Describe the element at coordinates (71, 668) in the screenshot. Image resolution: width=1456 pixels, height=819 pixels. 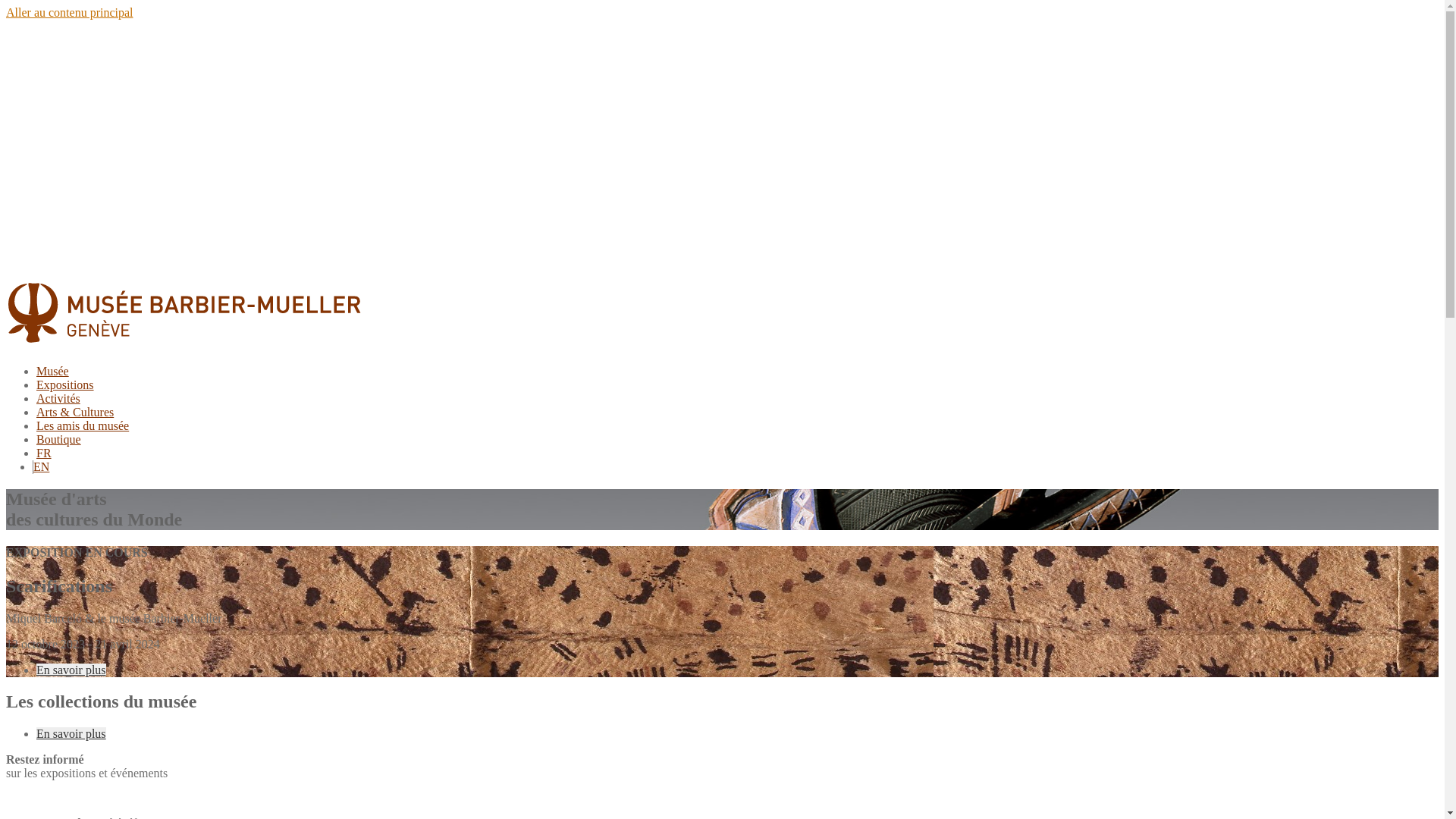
I see `'En savoir plus'` at that location.